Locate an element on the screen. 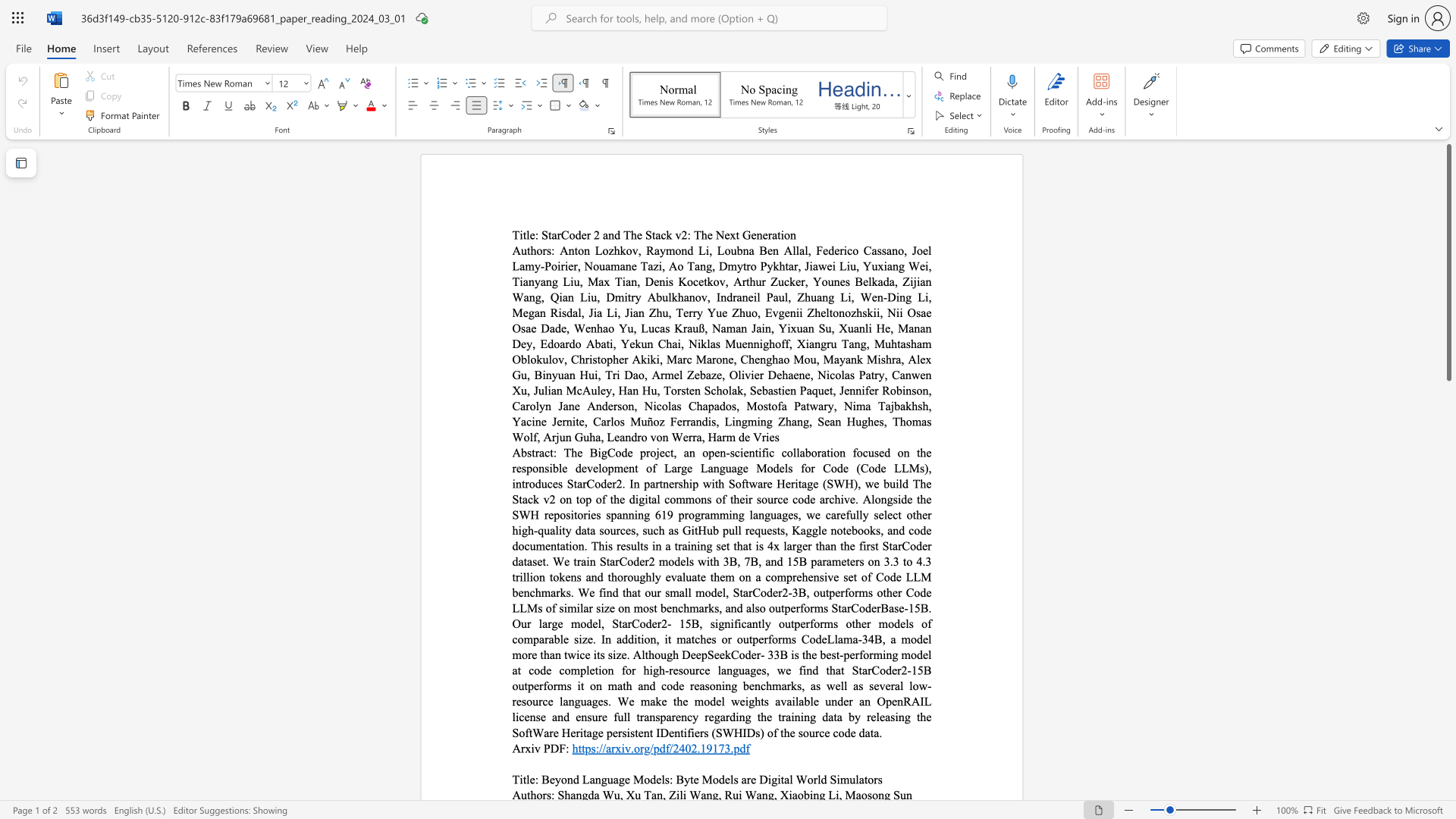  the subset text "e N" within the text "StarCoder 2 and The Stack v2: The Next Generation" is located at coordinates (706, 234).